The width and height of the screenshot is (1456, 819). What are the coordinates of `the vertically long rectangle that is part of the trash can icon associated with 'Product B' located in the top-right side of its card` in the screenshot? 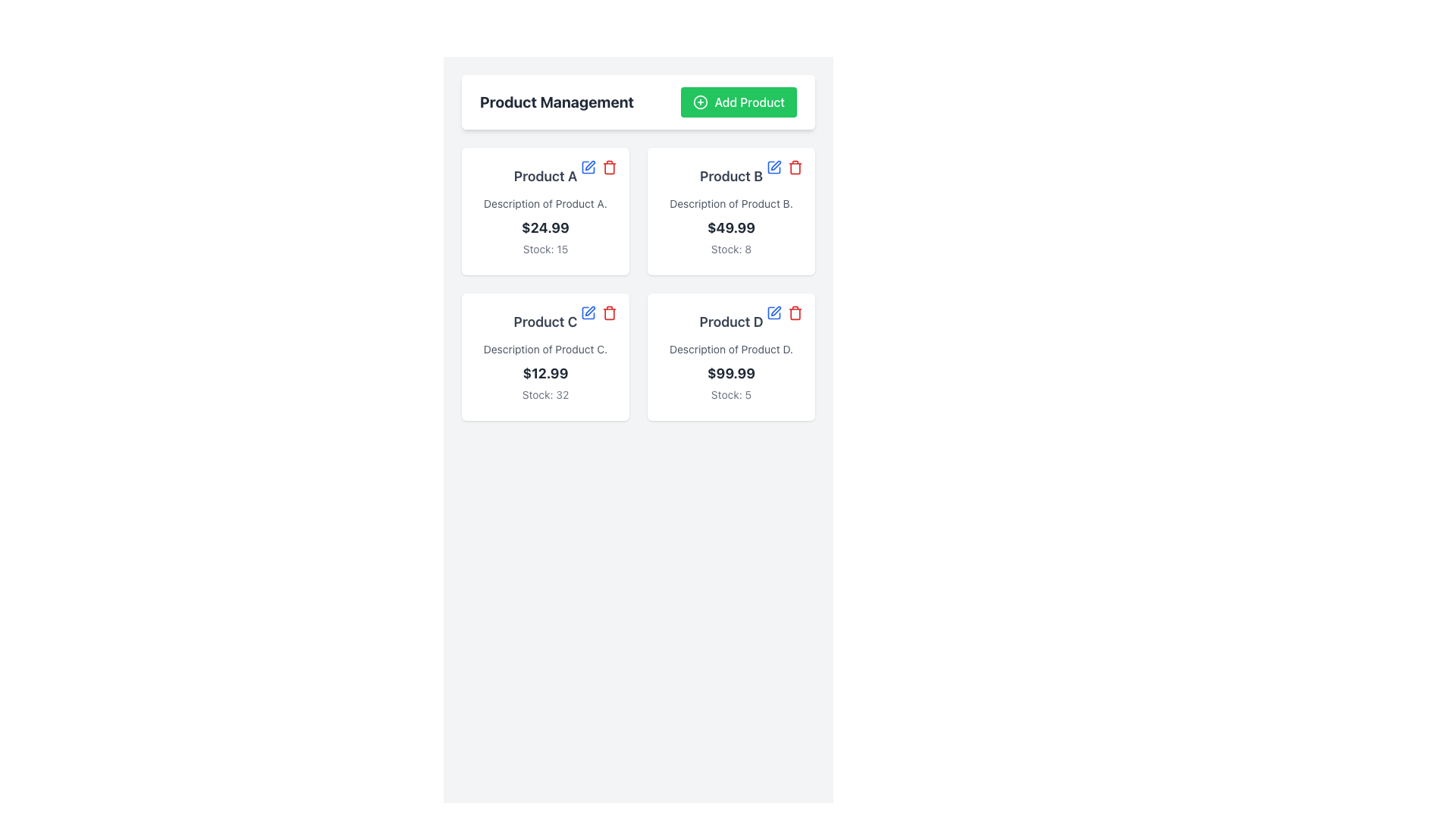 It's located at (795, 168).